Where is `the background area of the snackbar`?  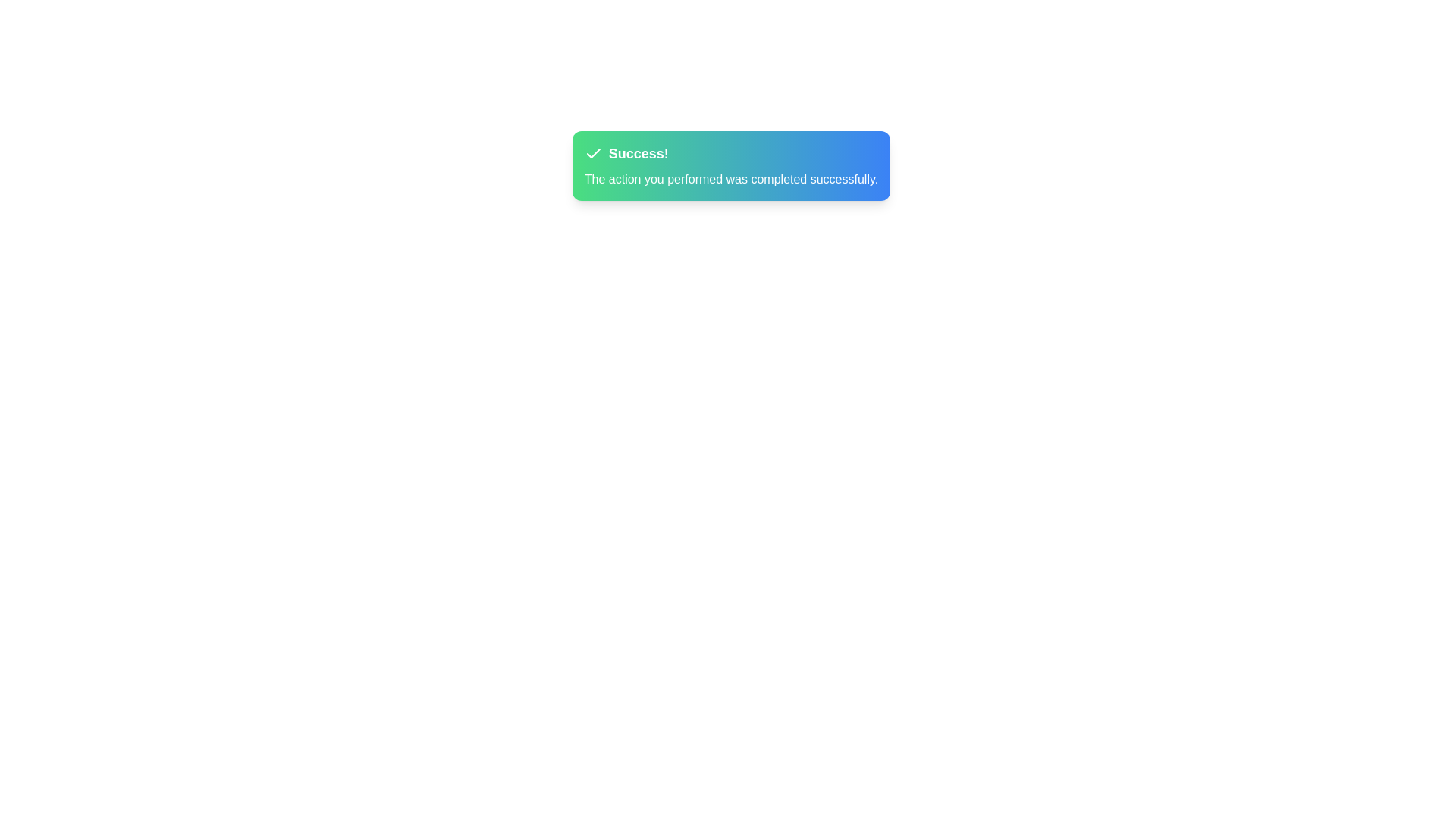
the background area of the snackbar is located at coordinates (731, 166).